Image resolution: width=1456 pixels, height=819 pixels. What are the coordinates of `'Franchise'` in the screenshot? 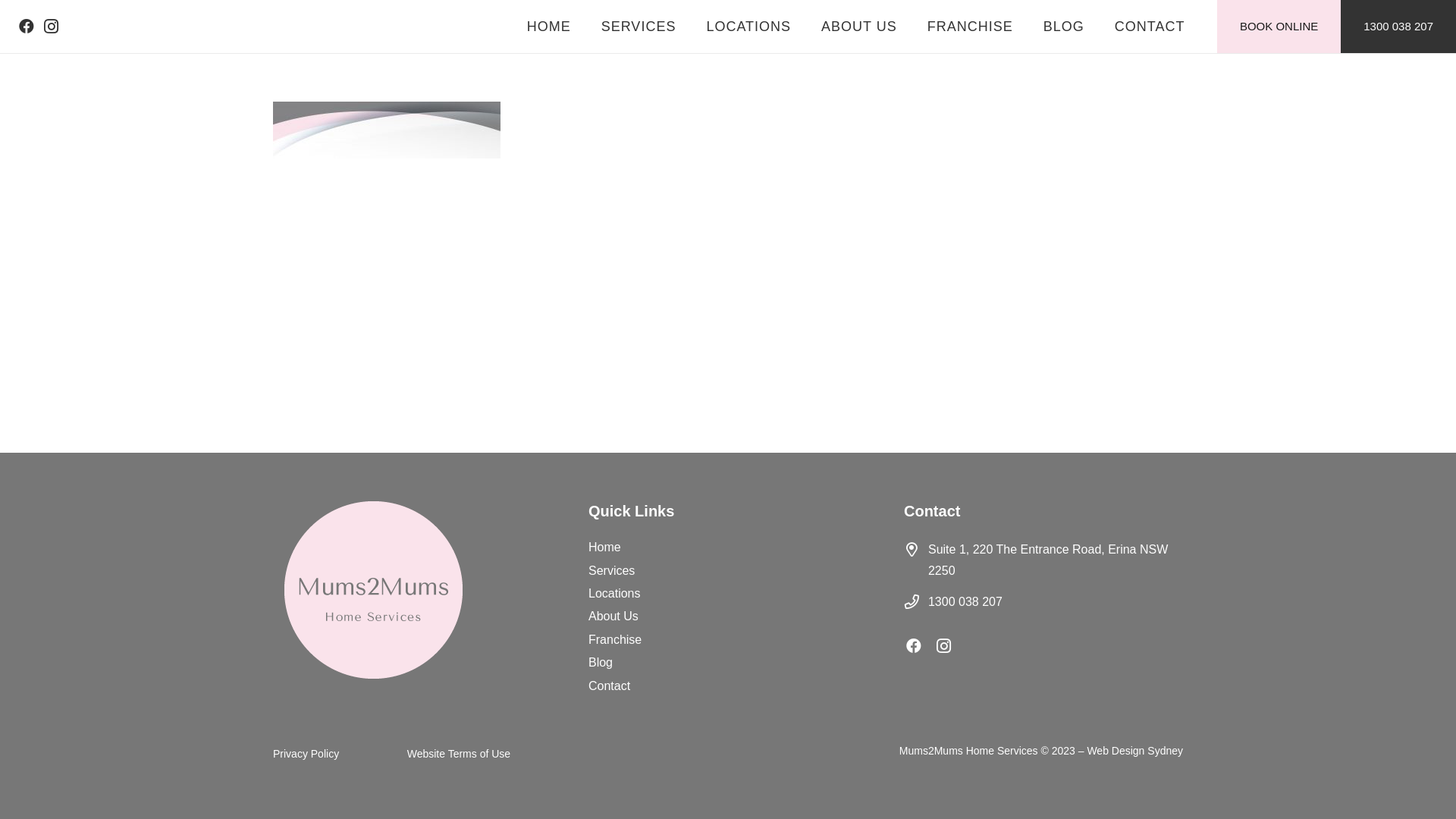 It's located at (588, 639).